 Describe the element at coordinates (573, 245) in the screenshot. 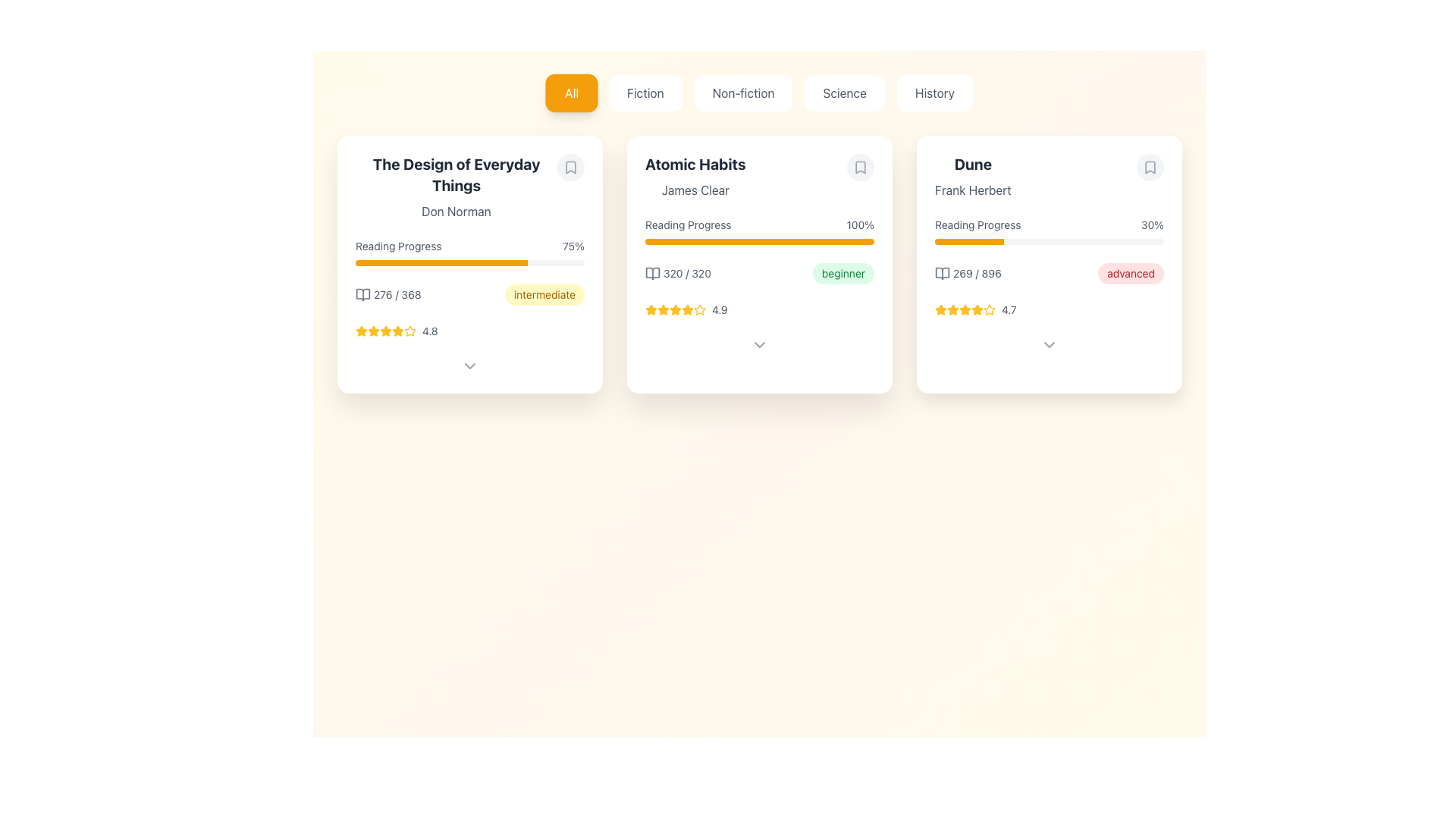

I see `text label displaying the current reading progress percentage, which is located to the right of the 'Reading Progress' text in the card titled 'The Design of Everyday Things'` at that location.